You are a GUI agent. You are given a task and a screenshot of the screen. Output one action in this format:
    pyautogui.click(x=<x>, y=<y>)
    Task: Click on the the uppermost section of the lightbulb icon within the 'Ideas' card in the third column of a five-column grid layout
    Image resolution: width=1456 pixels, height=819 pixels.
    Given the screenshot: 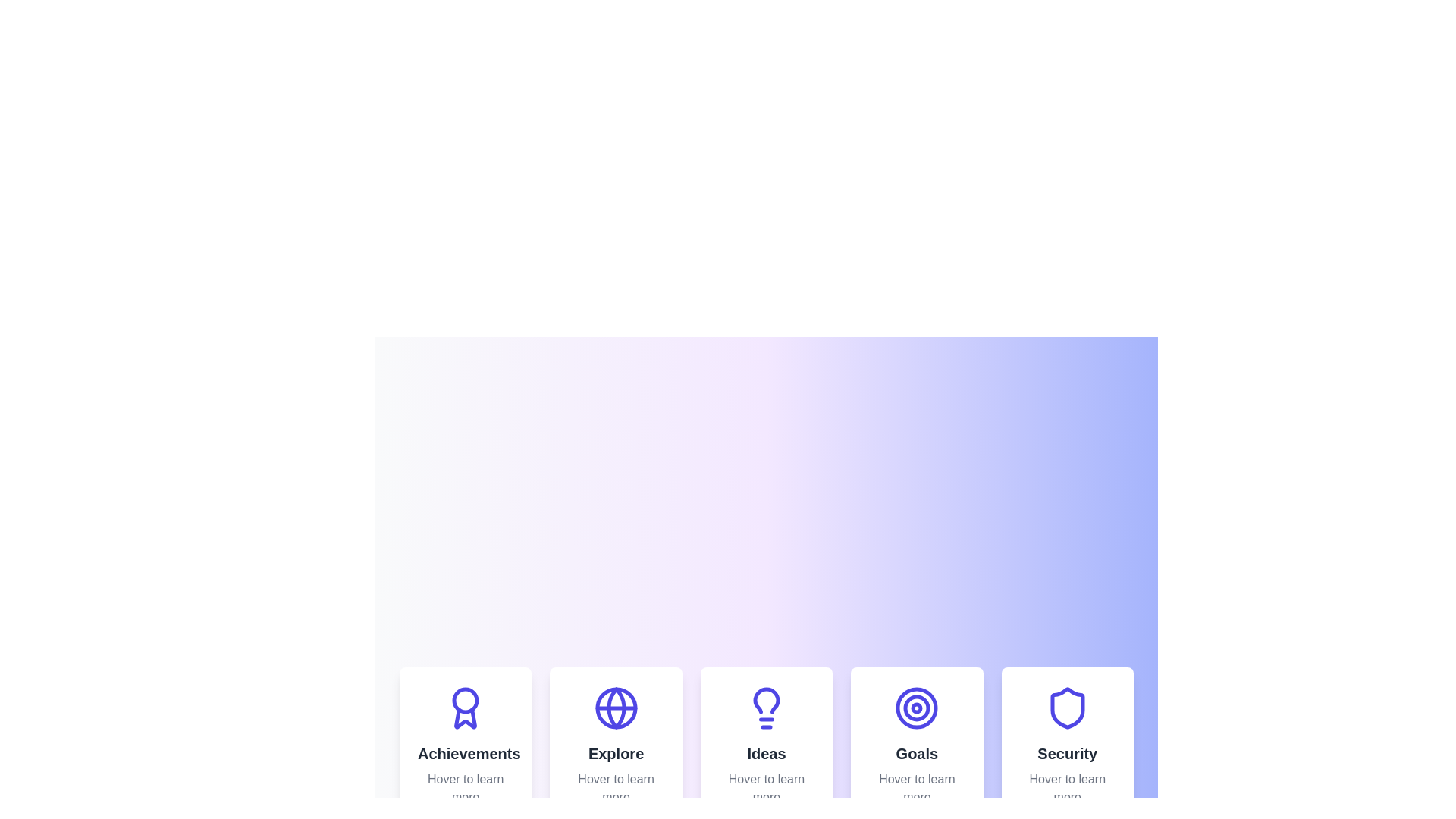 What is the action you would take?
    pyautogui.click(x=767, y=701)
    